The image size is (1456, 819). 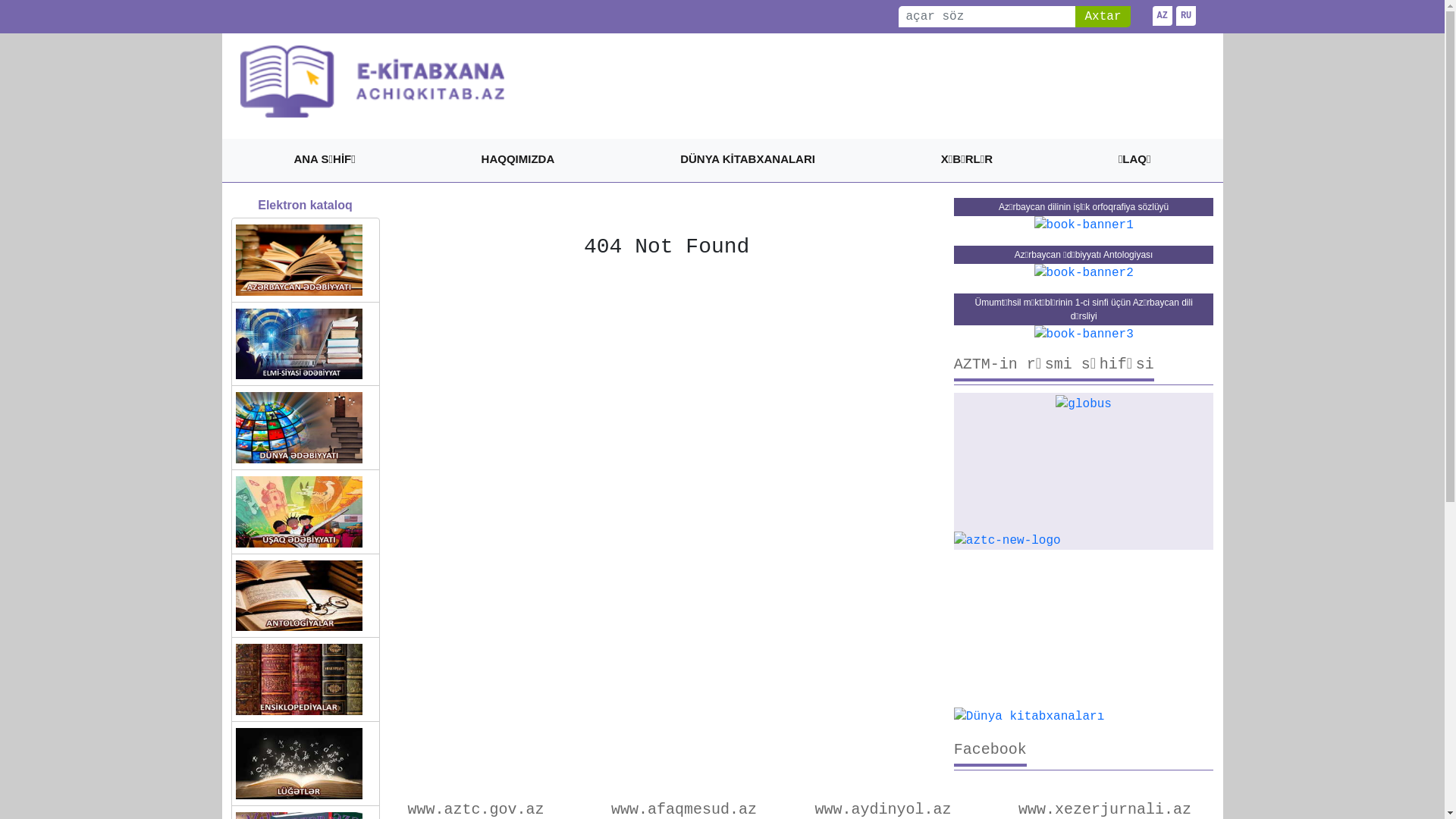 I want to click on 'Axtar', so click(x=1103, y=17).